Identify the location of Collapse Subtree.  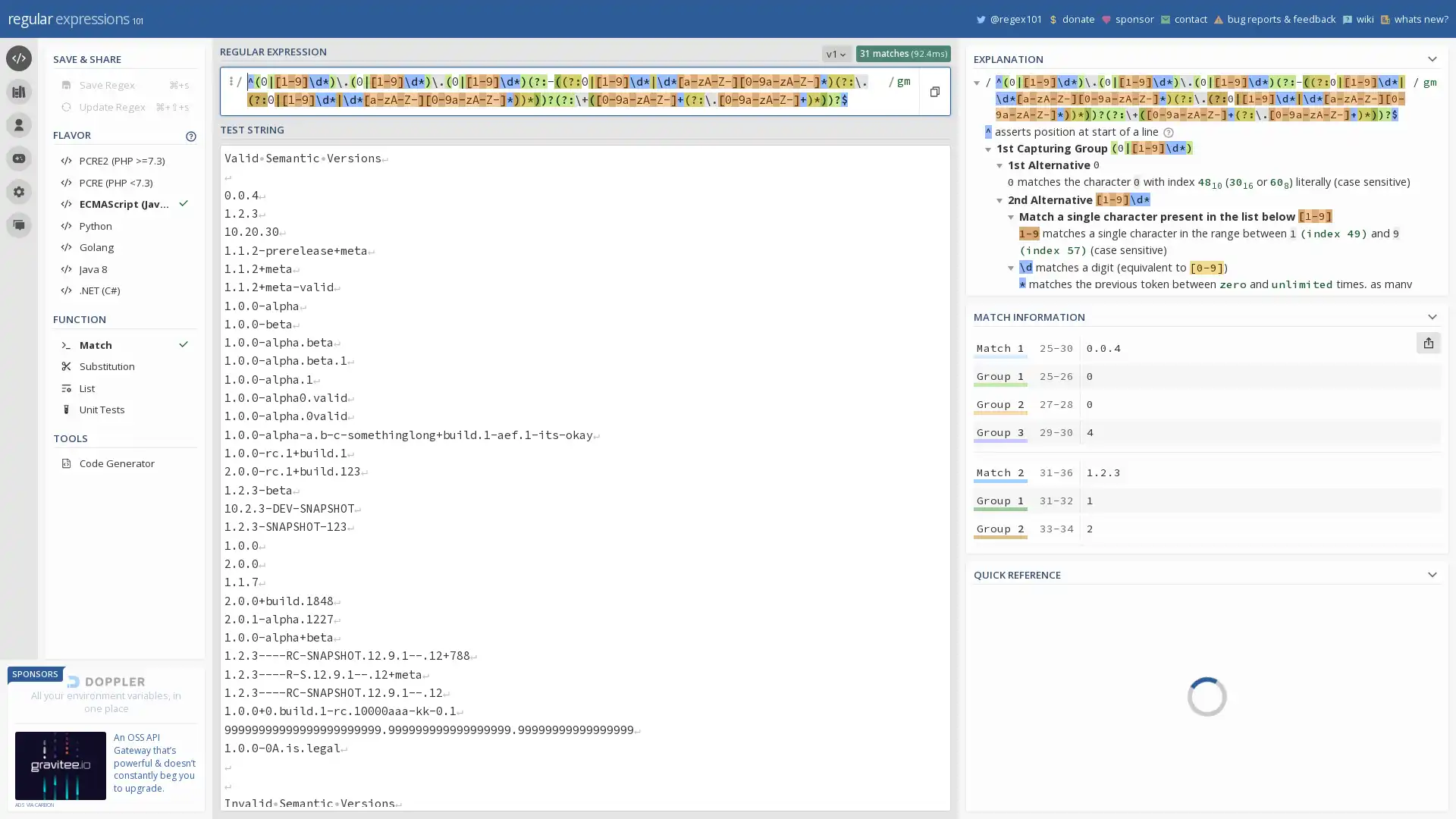
(1002, 797).